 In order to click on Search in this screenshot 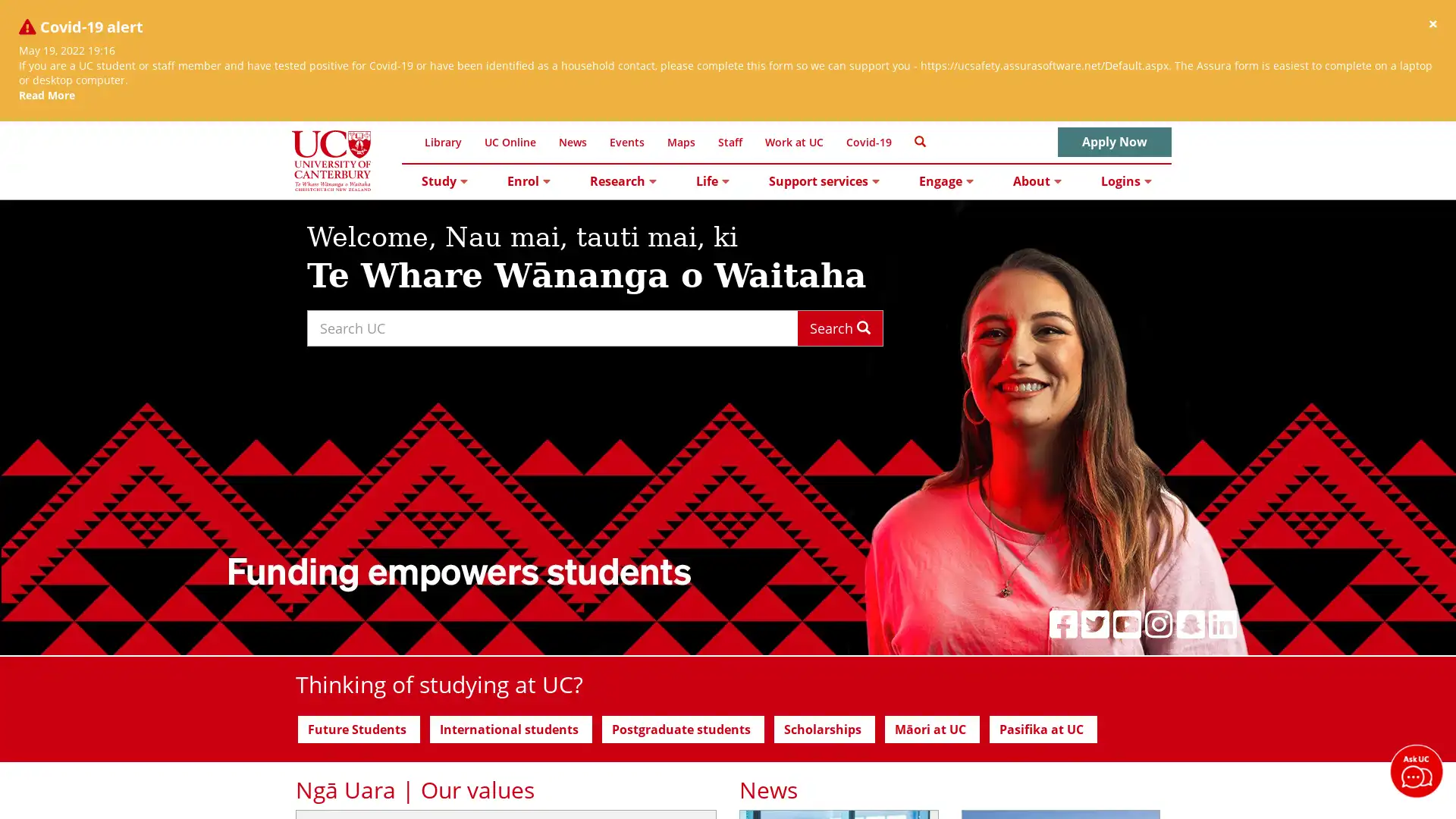, I will do `click(839, 327)`.